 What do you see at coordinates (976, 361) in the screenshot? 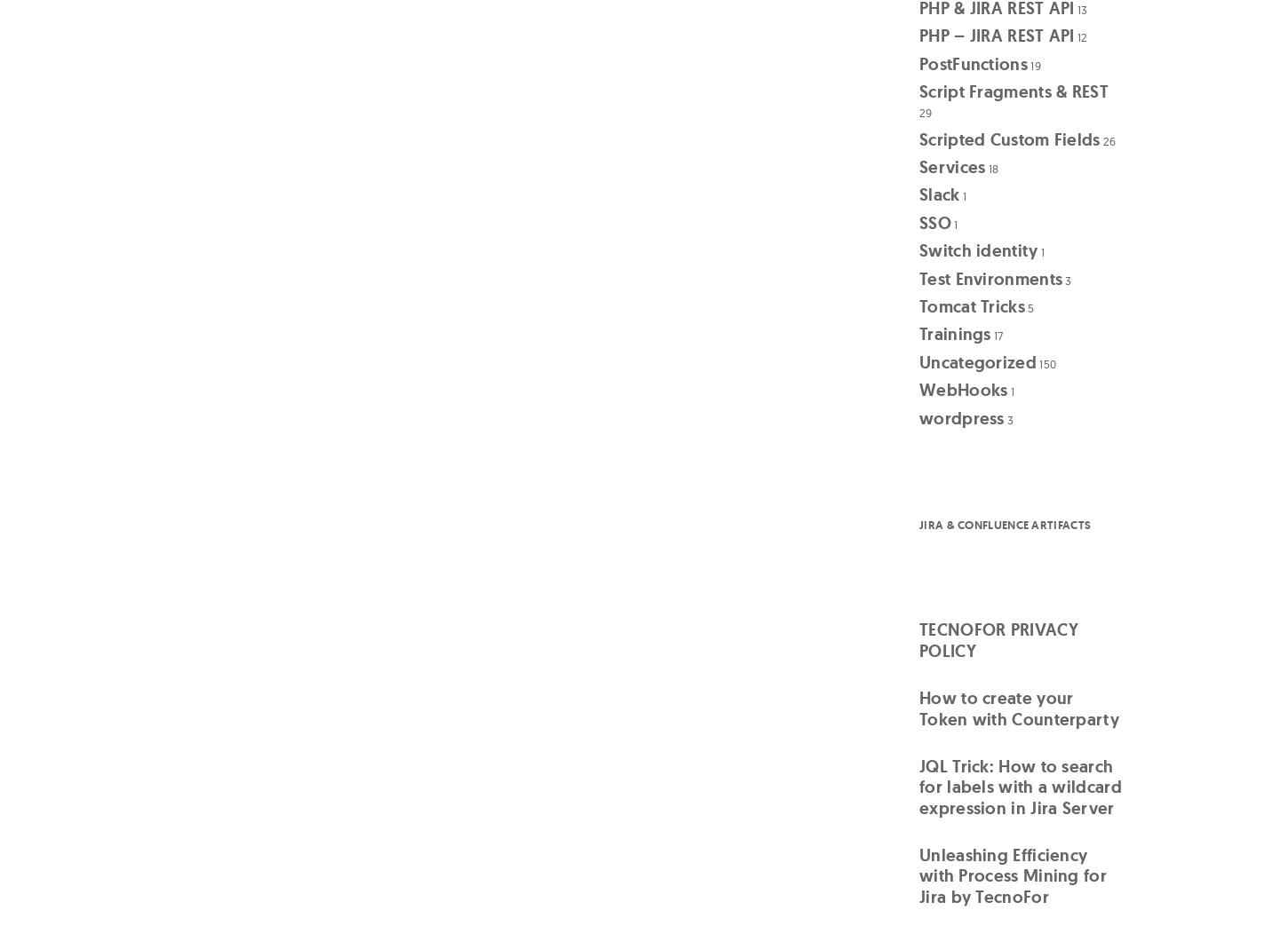
I see `'Uncategorized'` at bounding box center [976, 361].